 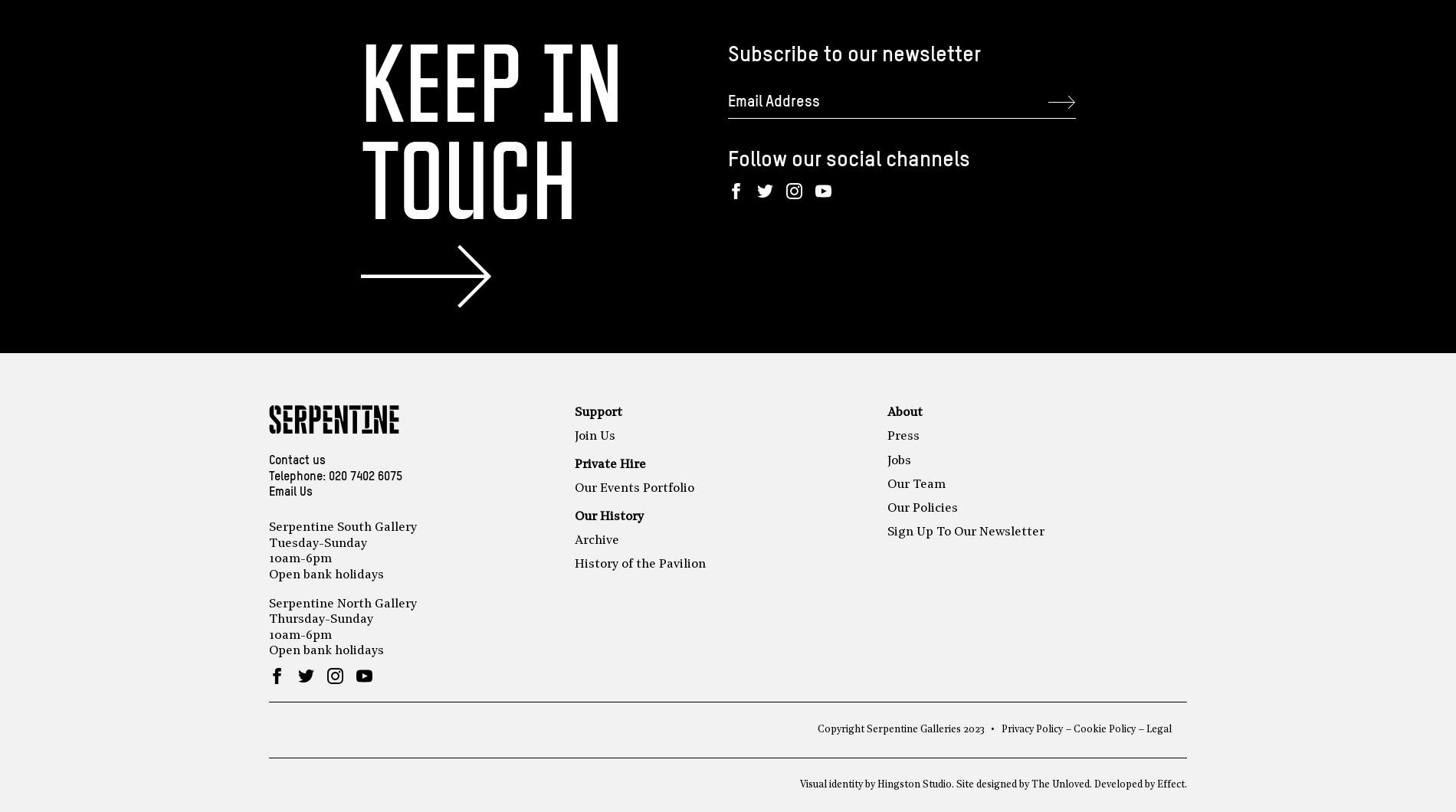 I want to click on 'Cookie Policy', so click(x=1104, y=728).